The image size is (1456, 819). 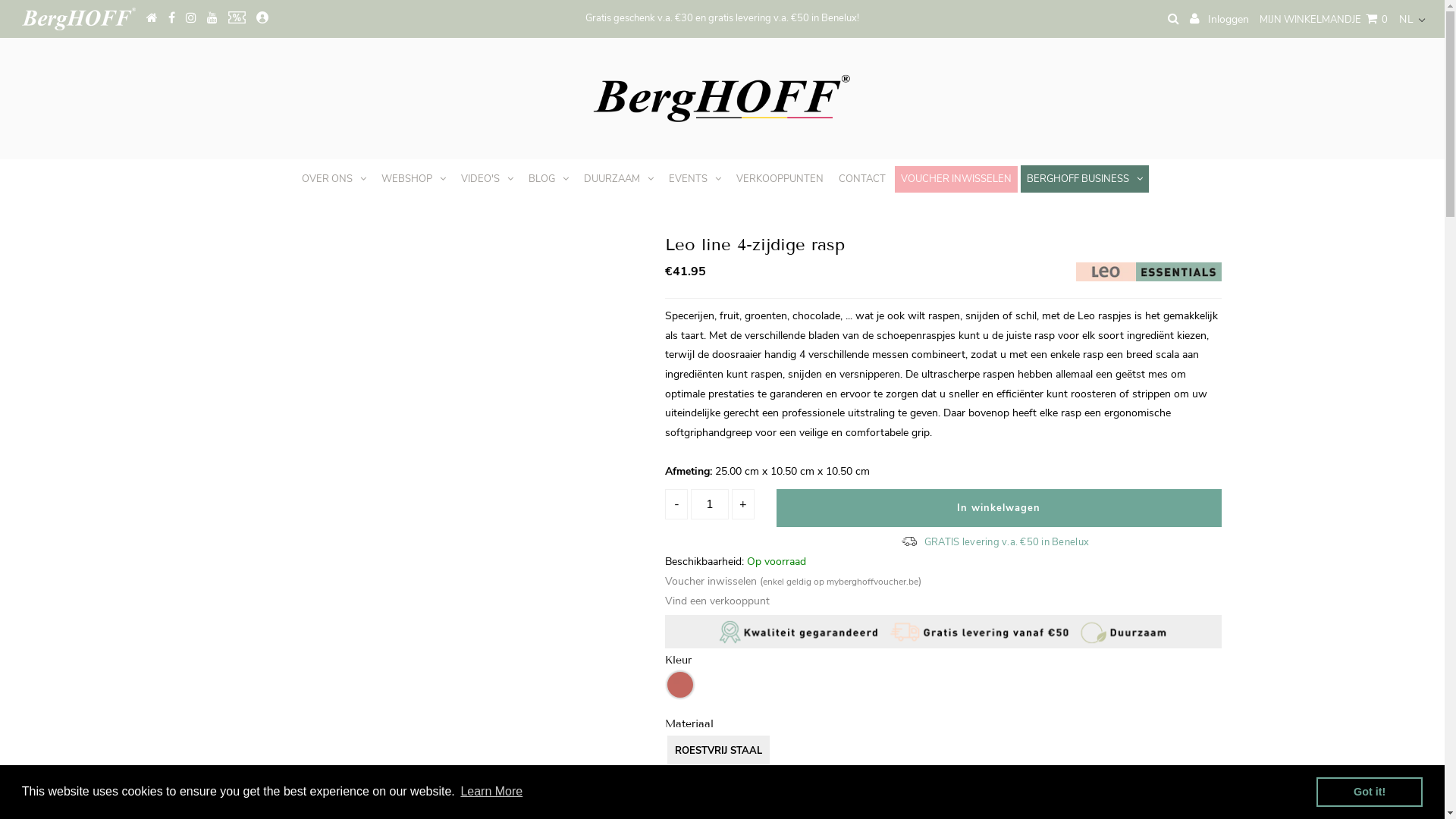 What do you see at coordinates (665, 600) in the screenshot?
I see `'Vind een verkooppunt'` at bounding box center [665, 600].